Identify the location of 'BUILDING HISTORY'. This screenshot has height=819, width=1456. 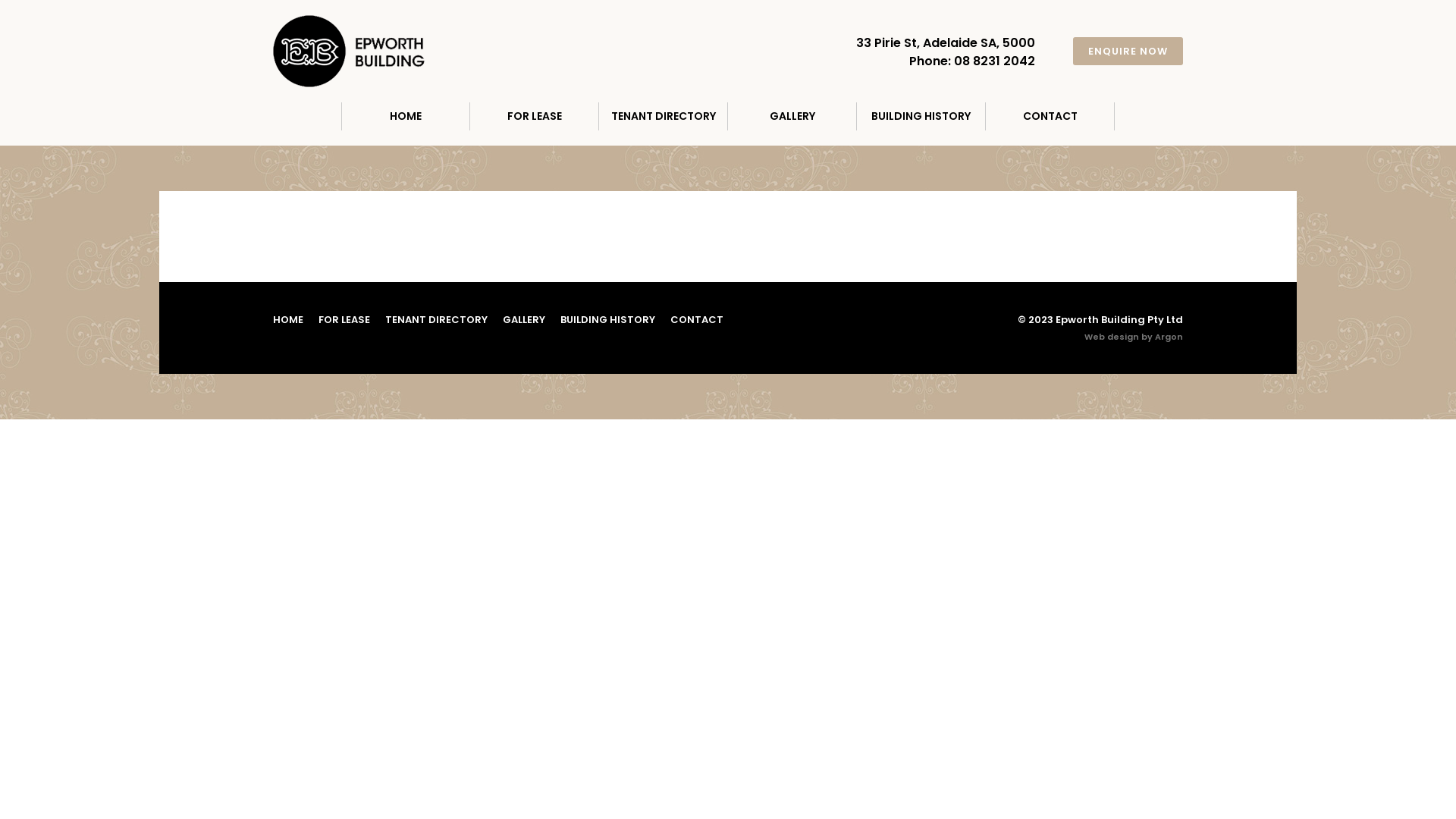
(560, 318).